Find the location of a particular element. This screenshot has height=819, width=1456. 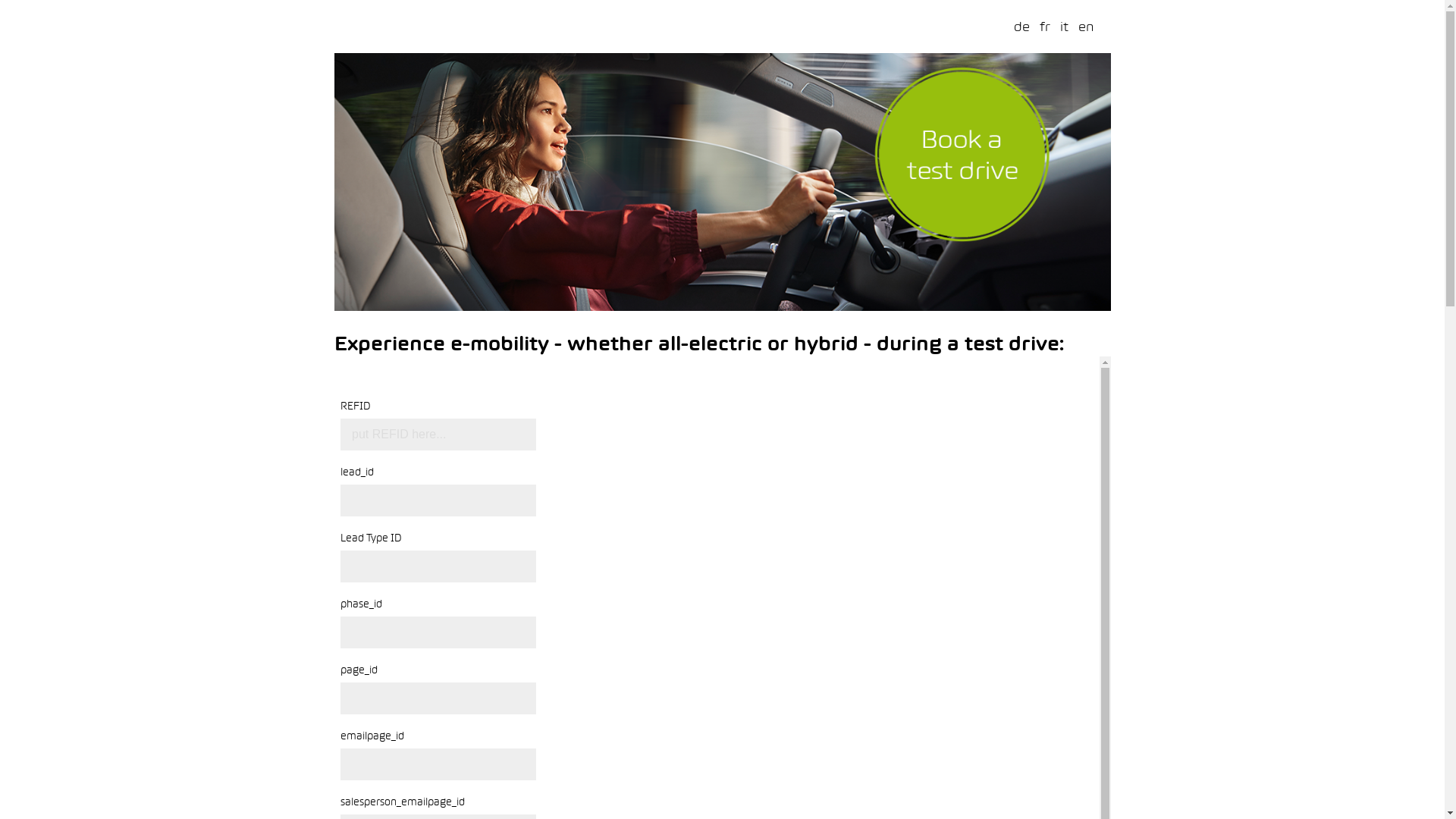

'de' is located at coordinates (1021, 26).